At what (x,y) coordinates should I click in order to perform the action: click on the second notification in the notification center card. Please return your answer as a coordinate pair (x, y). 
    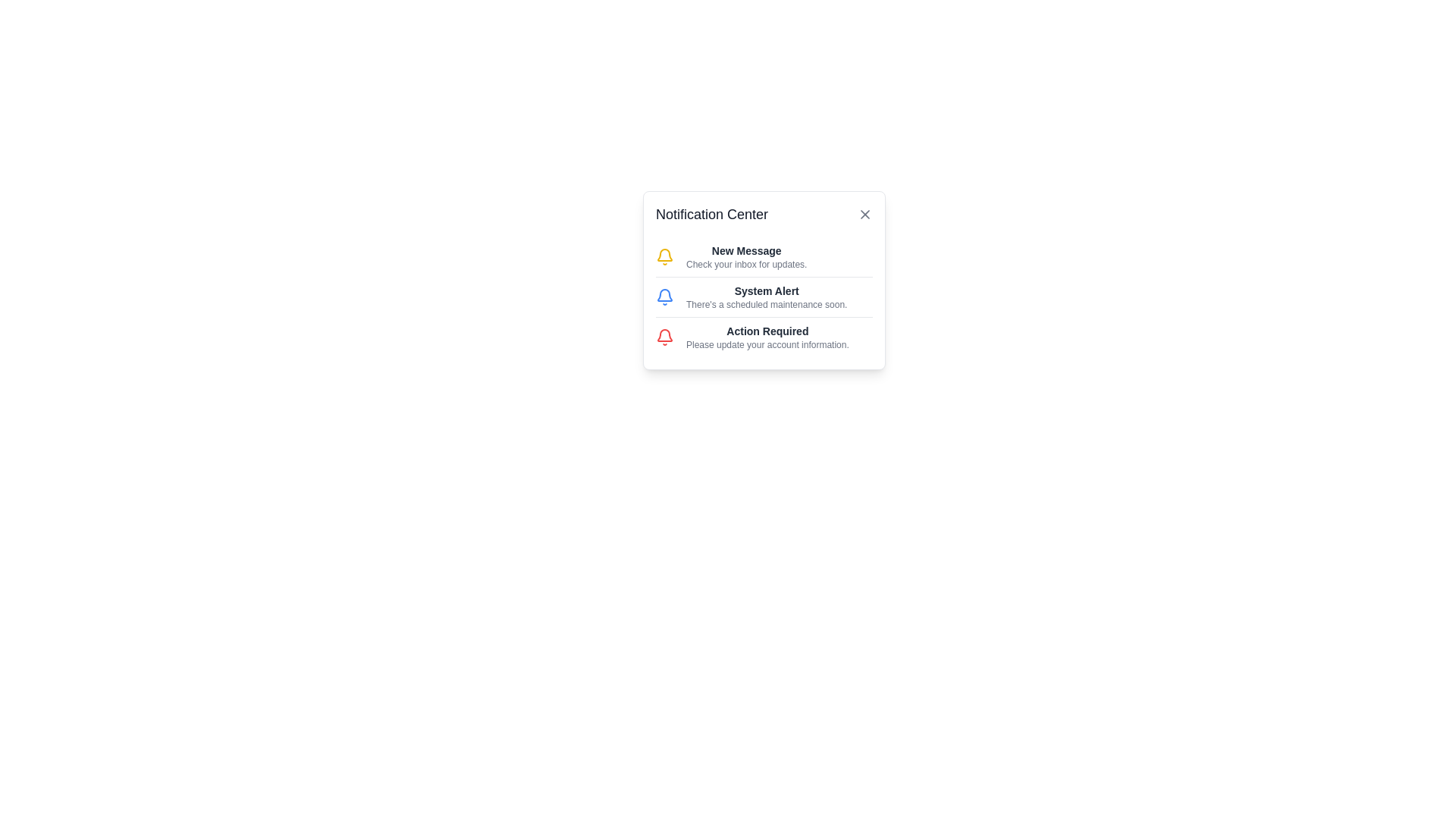
    Looking at the image, I should click on (764, 297).